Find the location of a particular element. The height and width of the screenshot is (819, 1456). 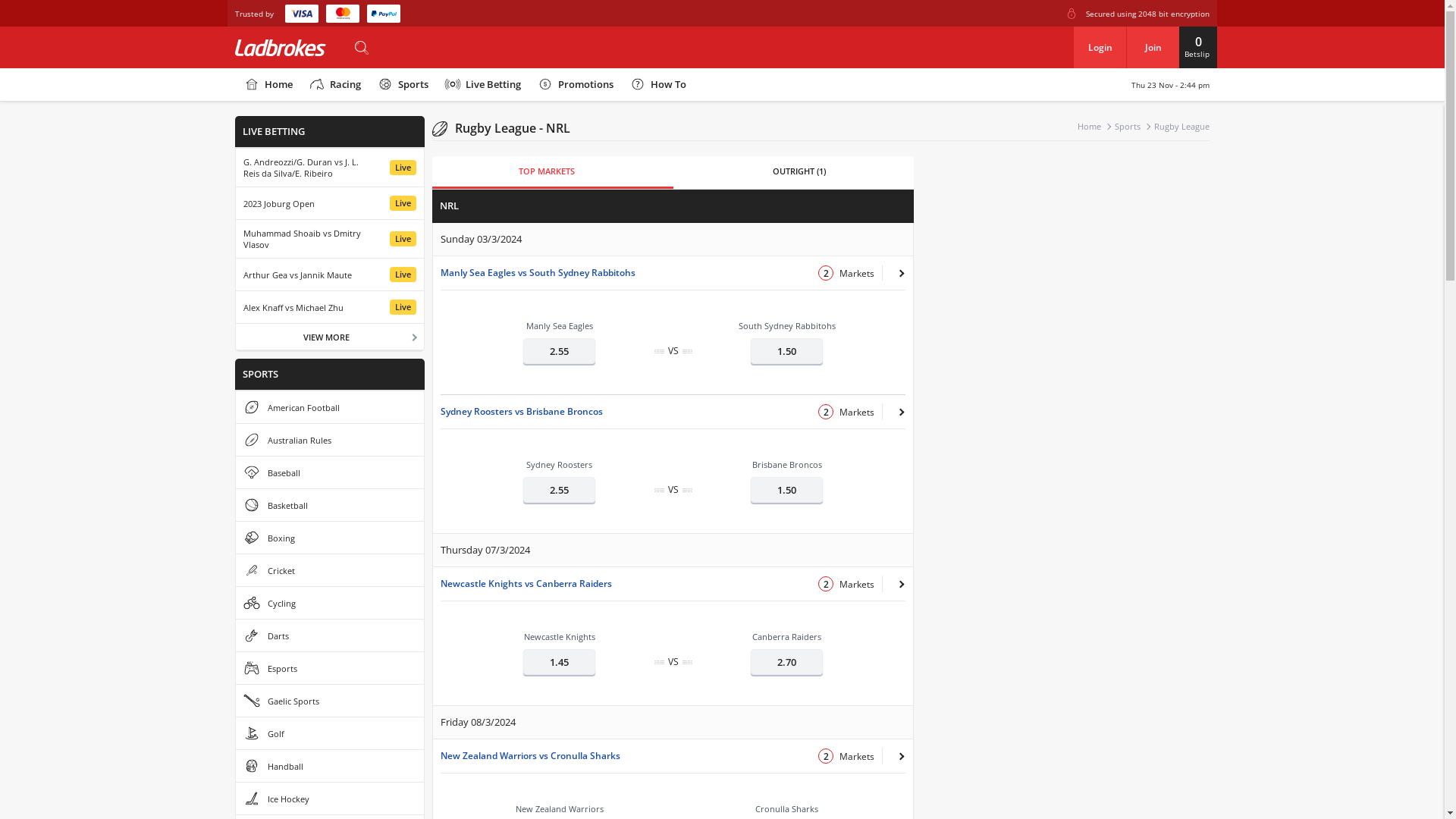

'Live Betting' is located at coordinates (482, 84).